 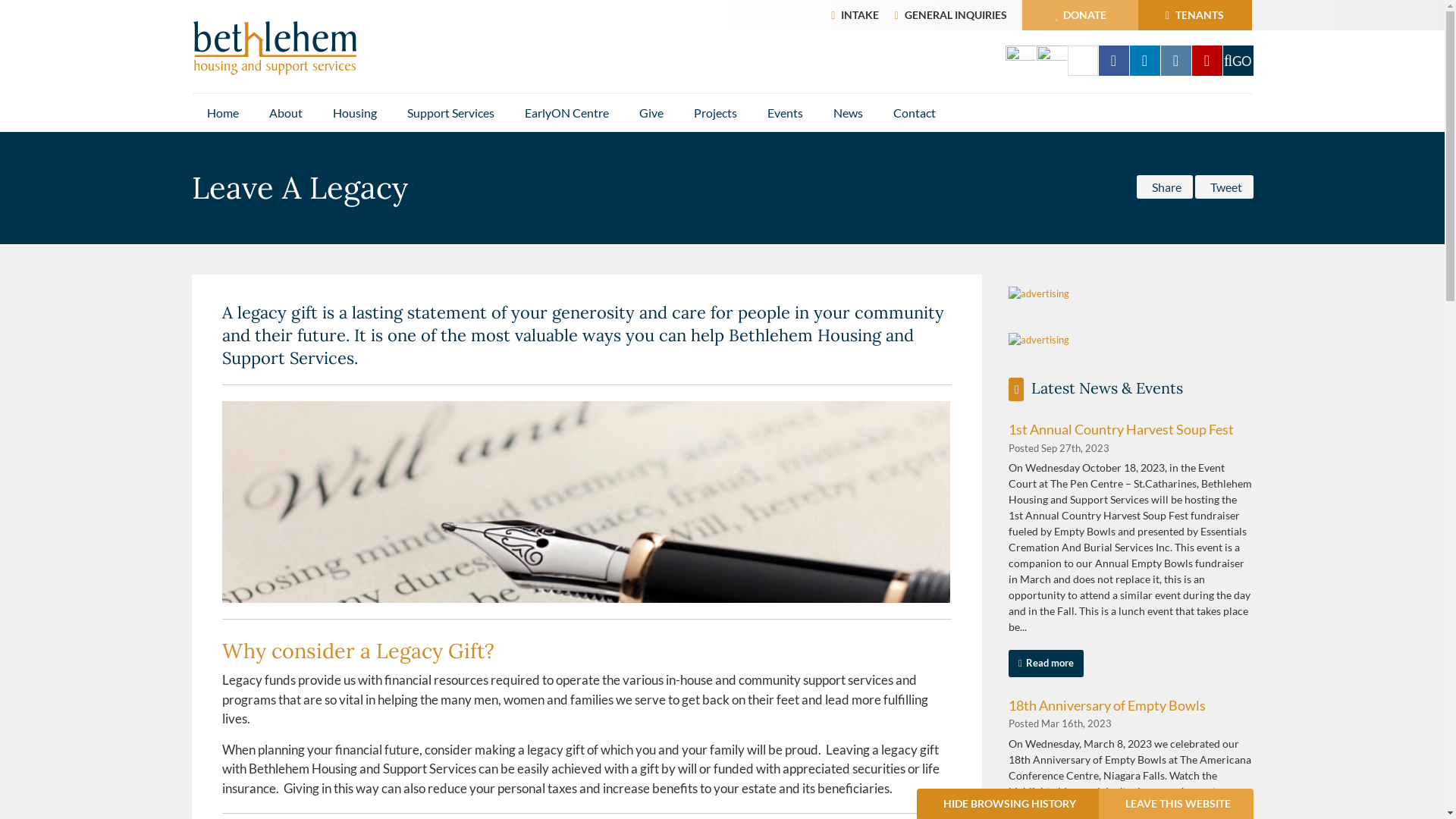 I want to click on 'About', so click(x=284, y=112).